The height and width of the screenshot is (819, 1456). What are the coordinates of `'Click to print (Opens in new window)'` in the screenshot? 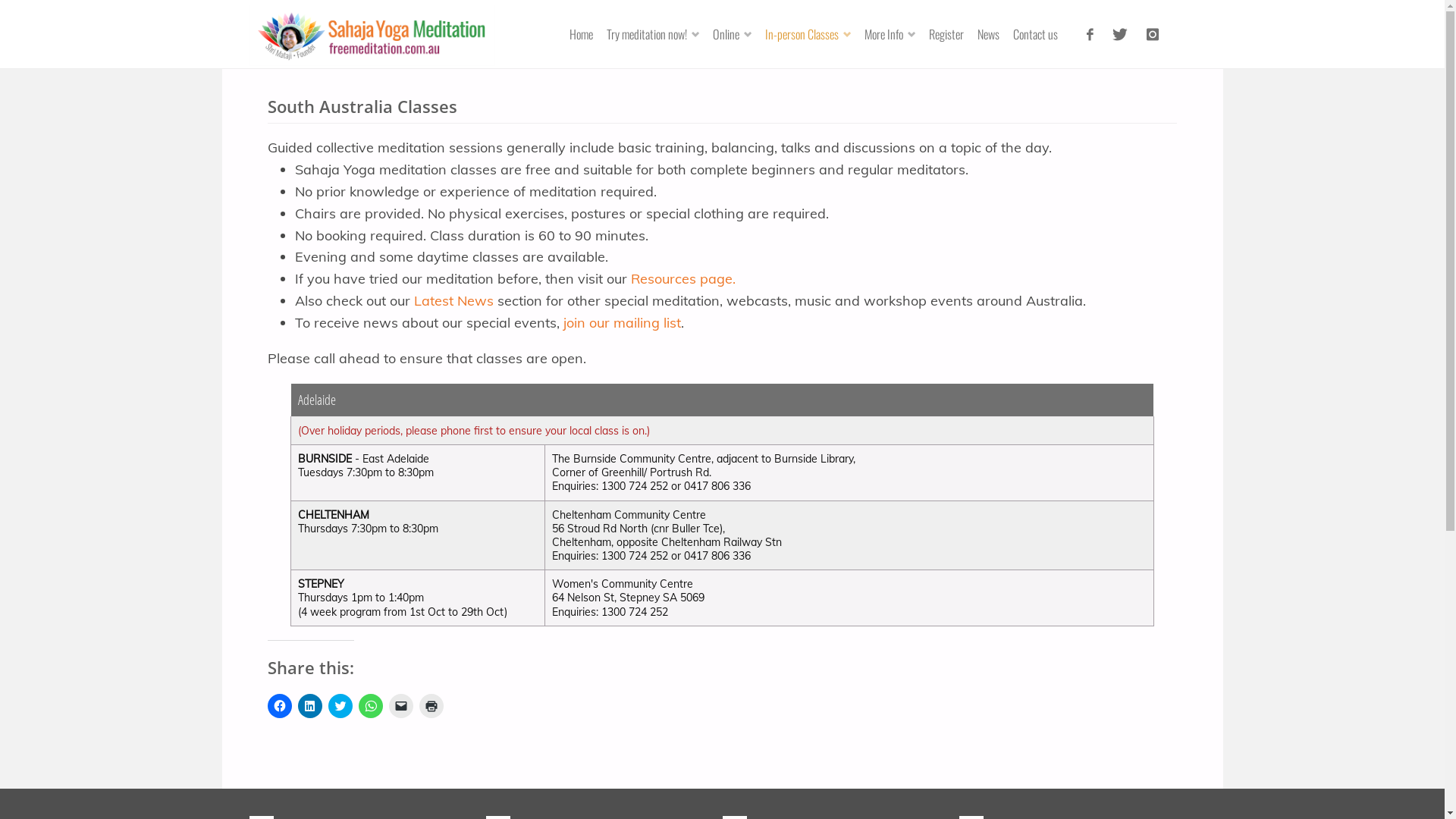 It's located at (431, 705).